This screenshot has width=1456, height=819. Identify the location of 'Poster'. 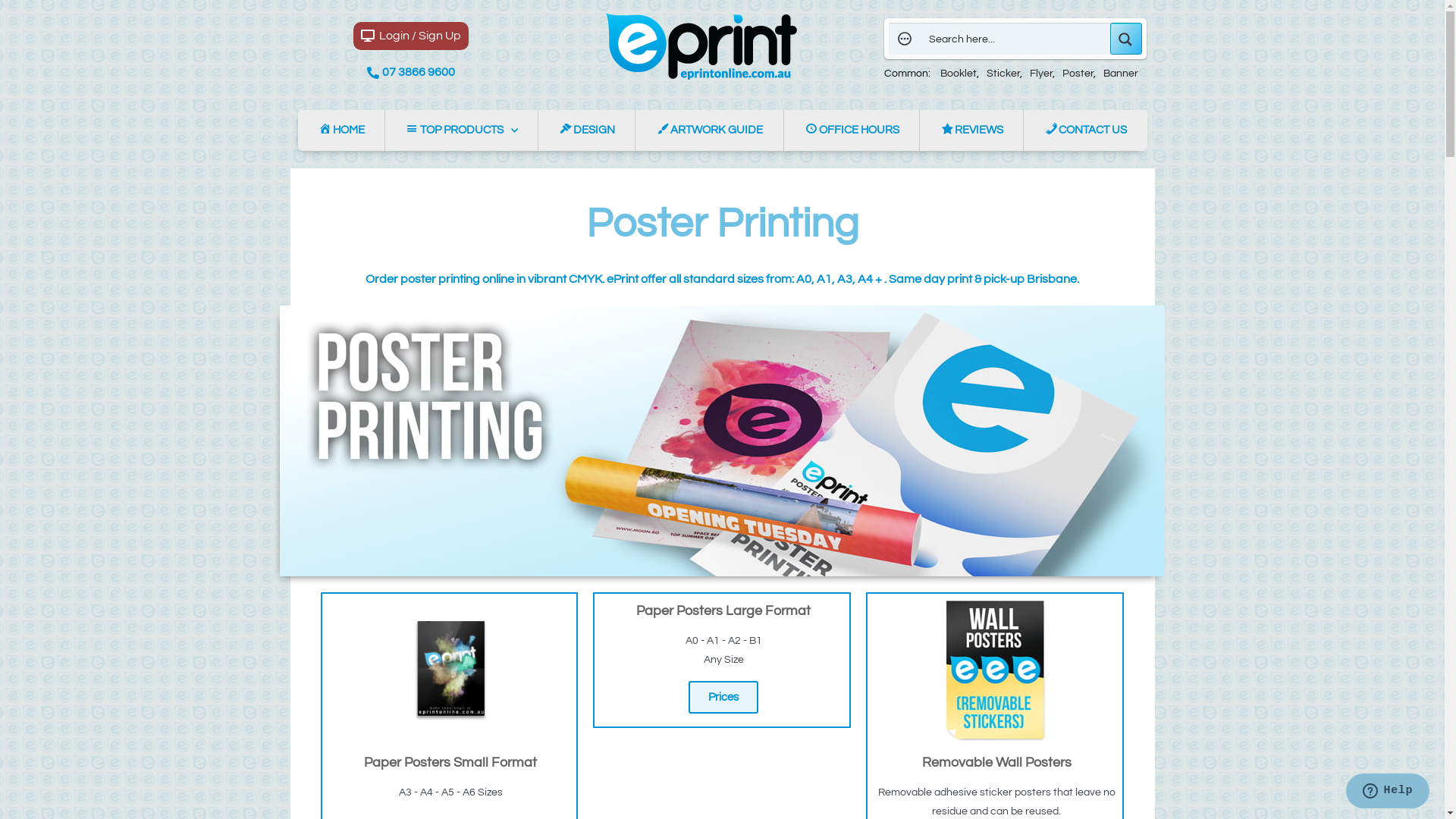
(1062, 73).